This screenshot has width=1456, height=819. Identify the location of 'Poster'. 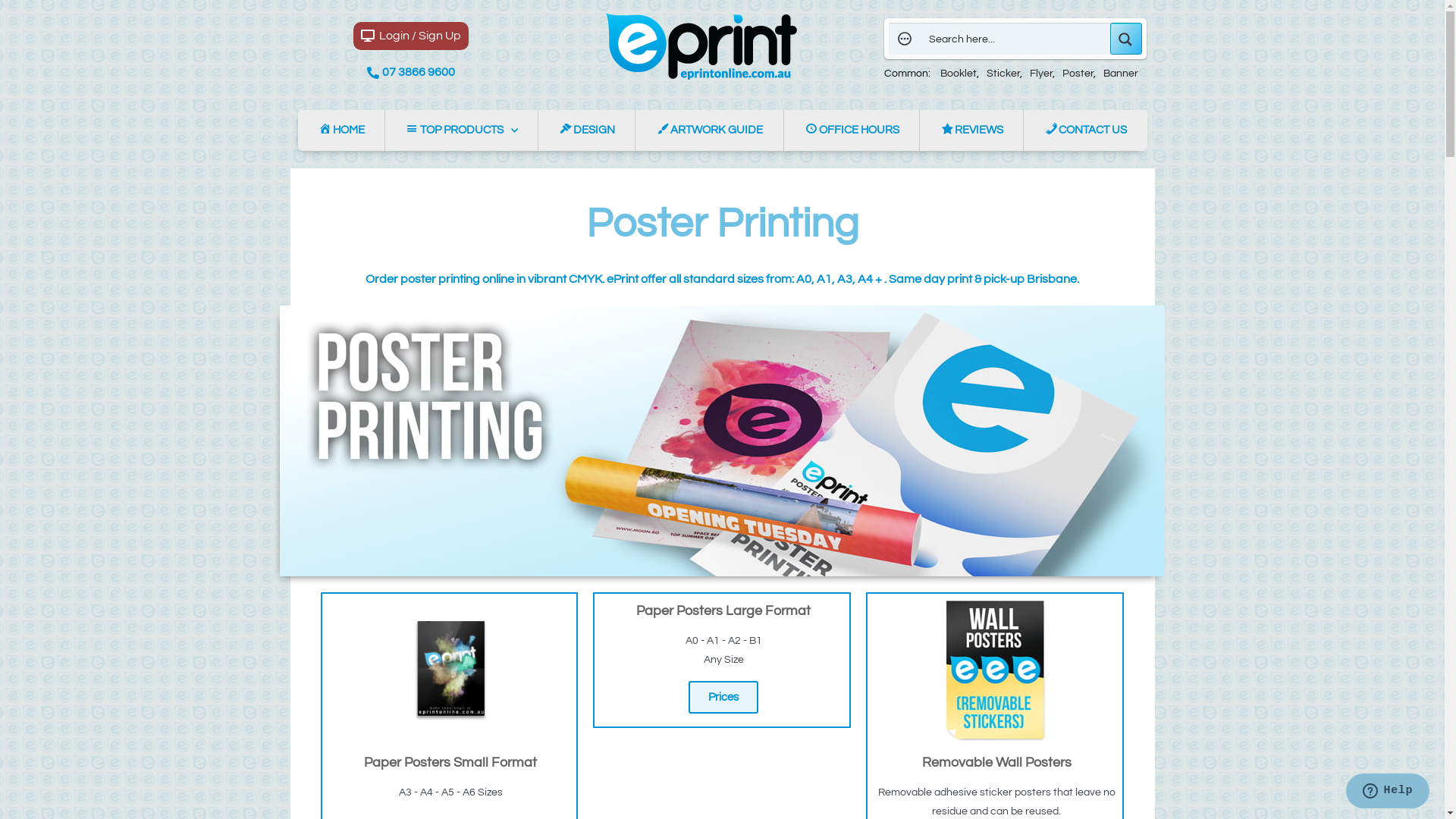
(1062, 73).